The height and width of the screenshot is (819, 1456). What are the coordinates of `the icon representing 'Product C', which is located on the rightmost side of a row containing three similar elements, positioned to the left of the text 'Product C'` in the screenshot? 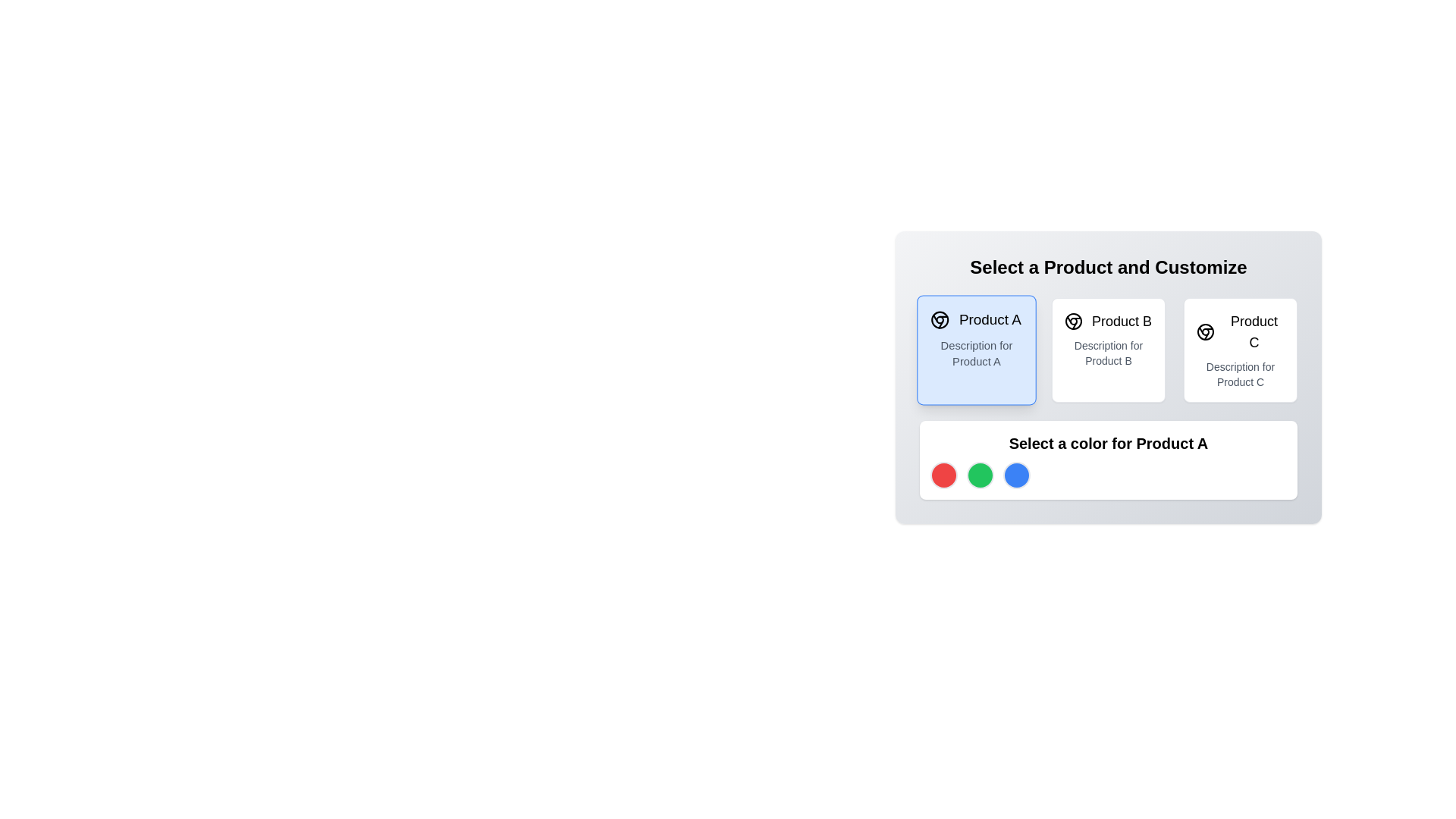 It's located at (1204, 331).